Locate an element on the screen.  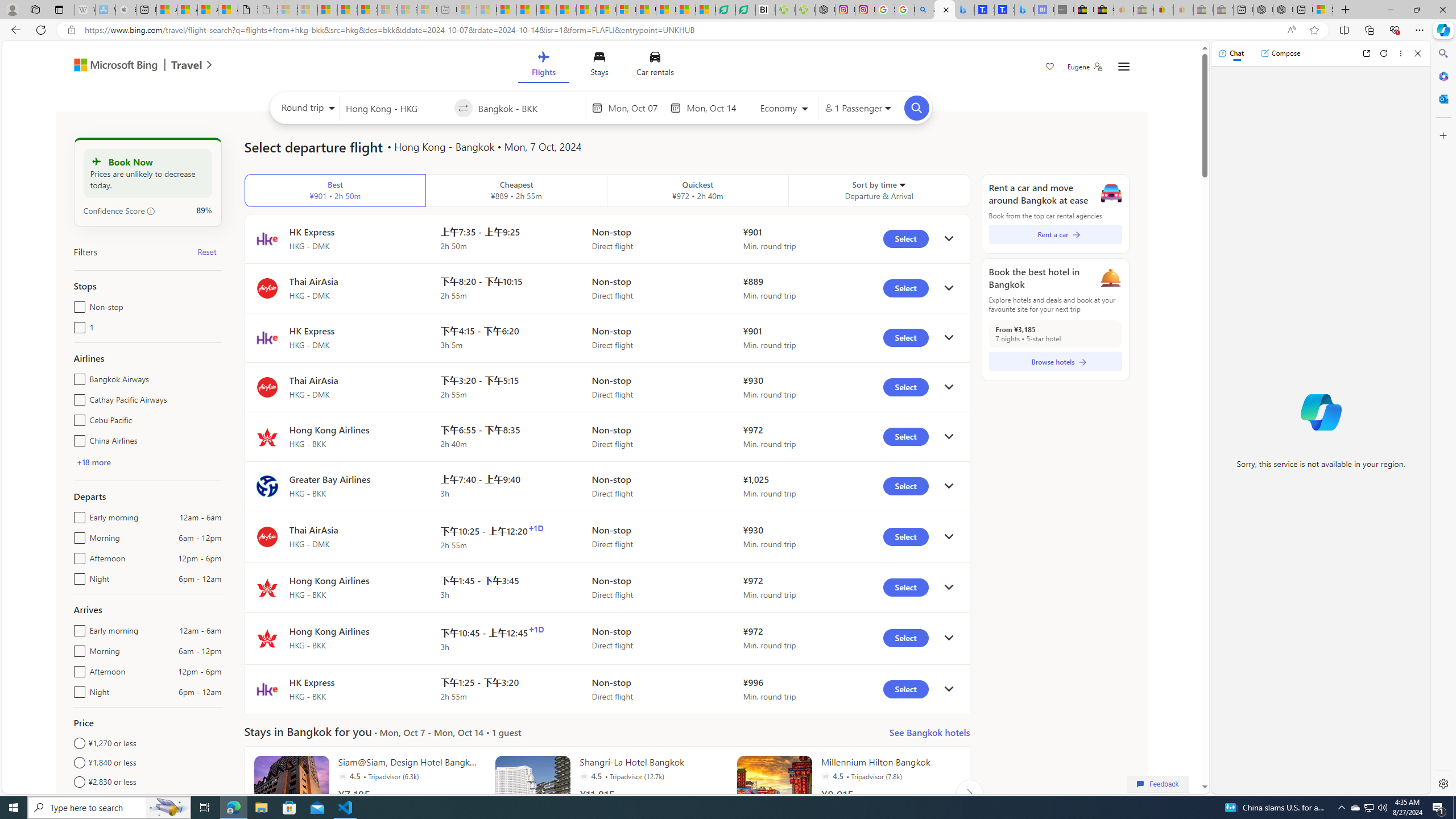
'Yard, Garden & Outdoor Living - Sleeping' is located at coordinates (1222, 9).